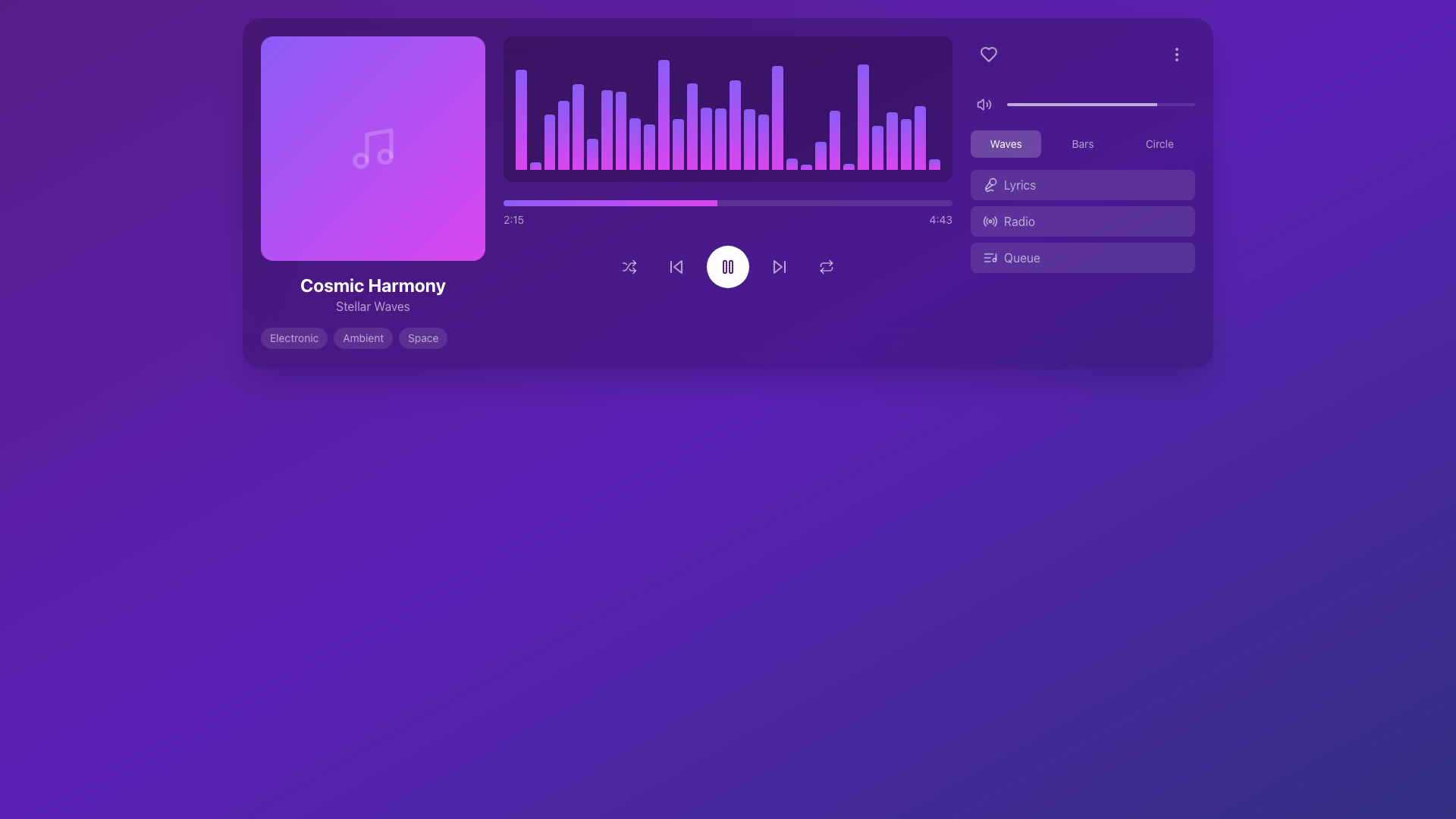  What do you see at coordinates (749, 139) in the screenshot?
I see `the fifteenth graphical bar in the audio visualization equalizer that indicates frequency intensity` at bounding box center [749, 139].